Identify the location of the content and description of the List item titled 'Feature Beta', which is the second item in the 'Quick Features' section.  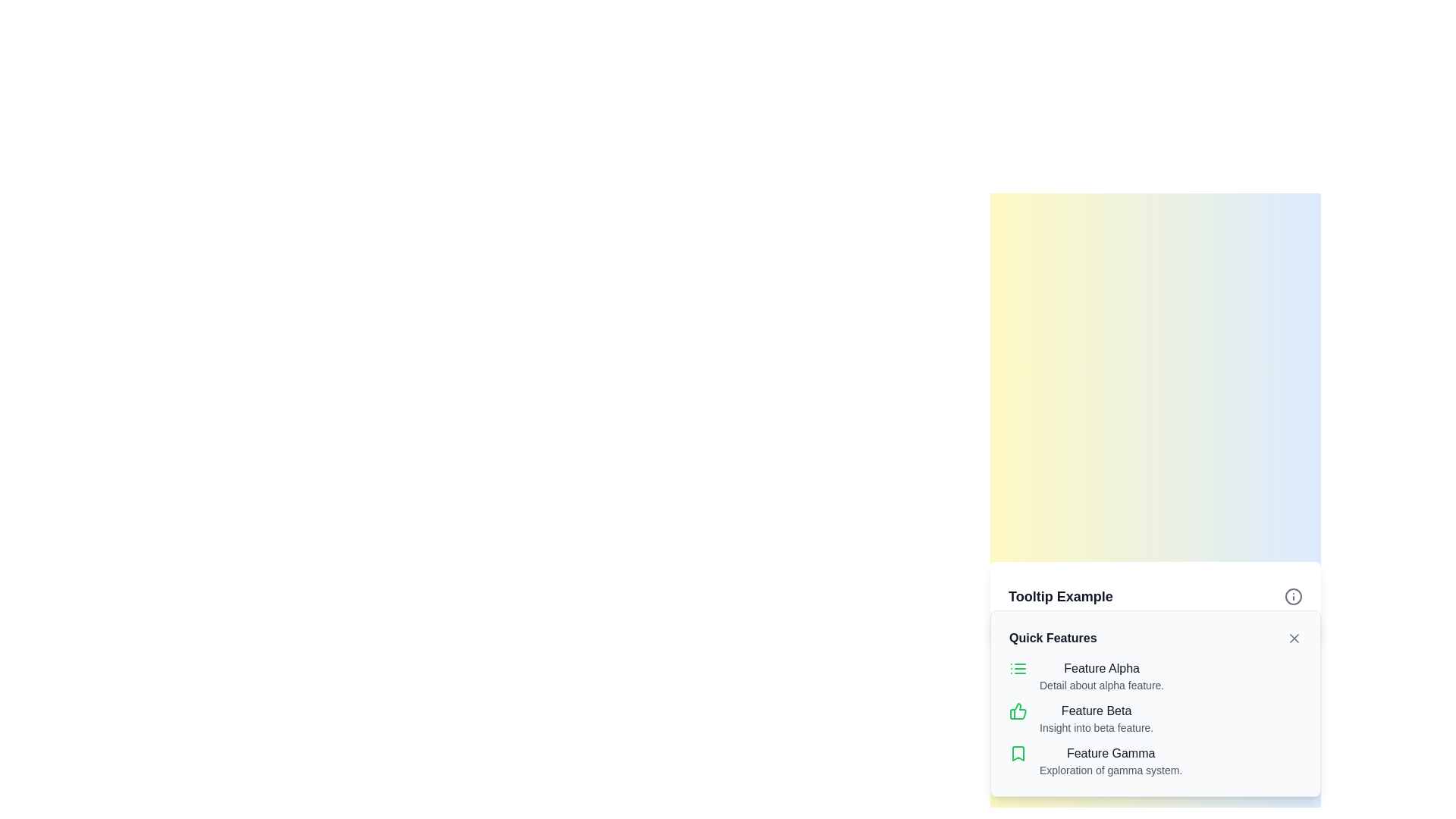
(1154, 718).